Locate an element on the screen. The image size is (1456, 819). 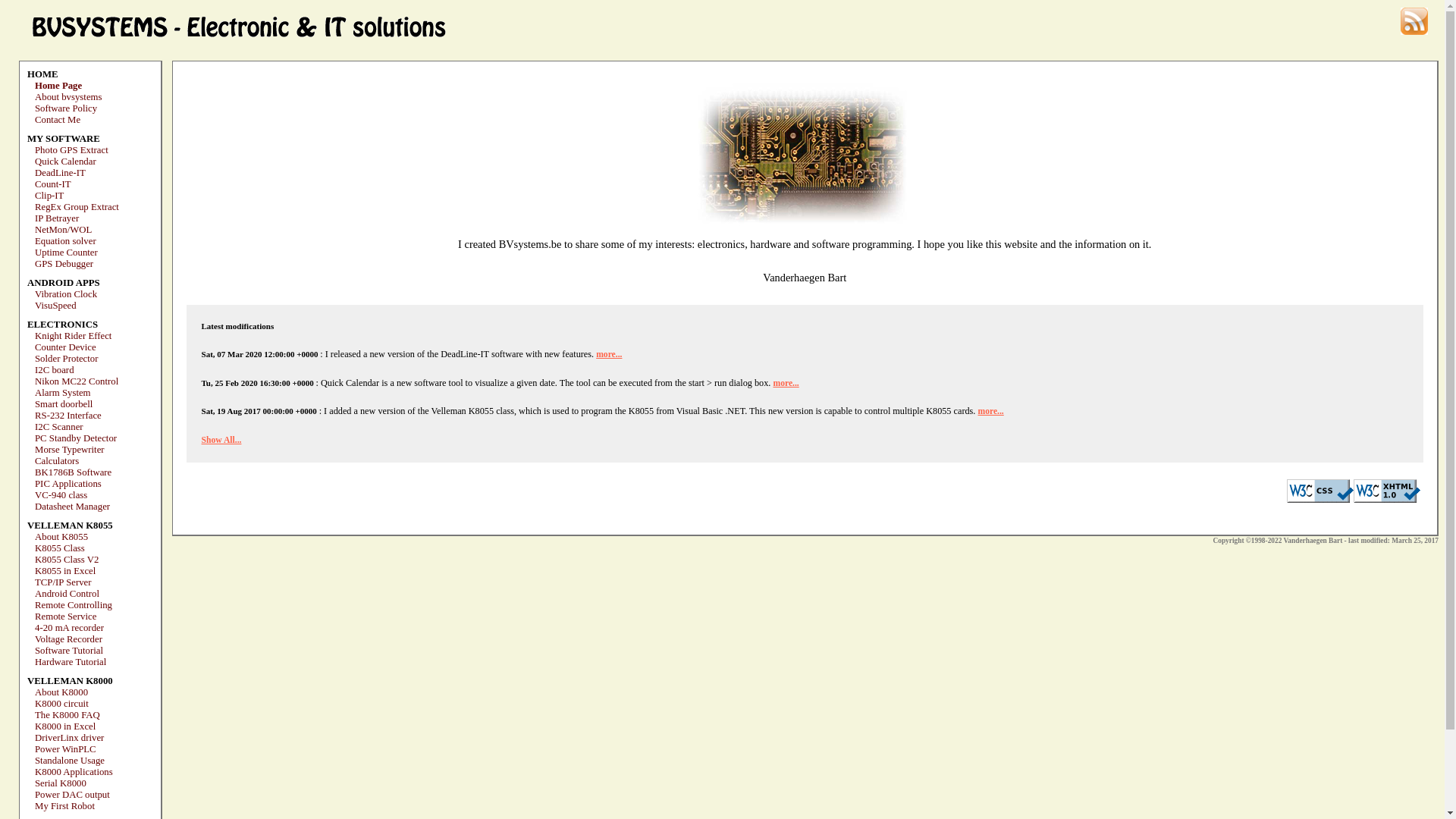
'My First Robot' is located at coordinates (64, 805).